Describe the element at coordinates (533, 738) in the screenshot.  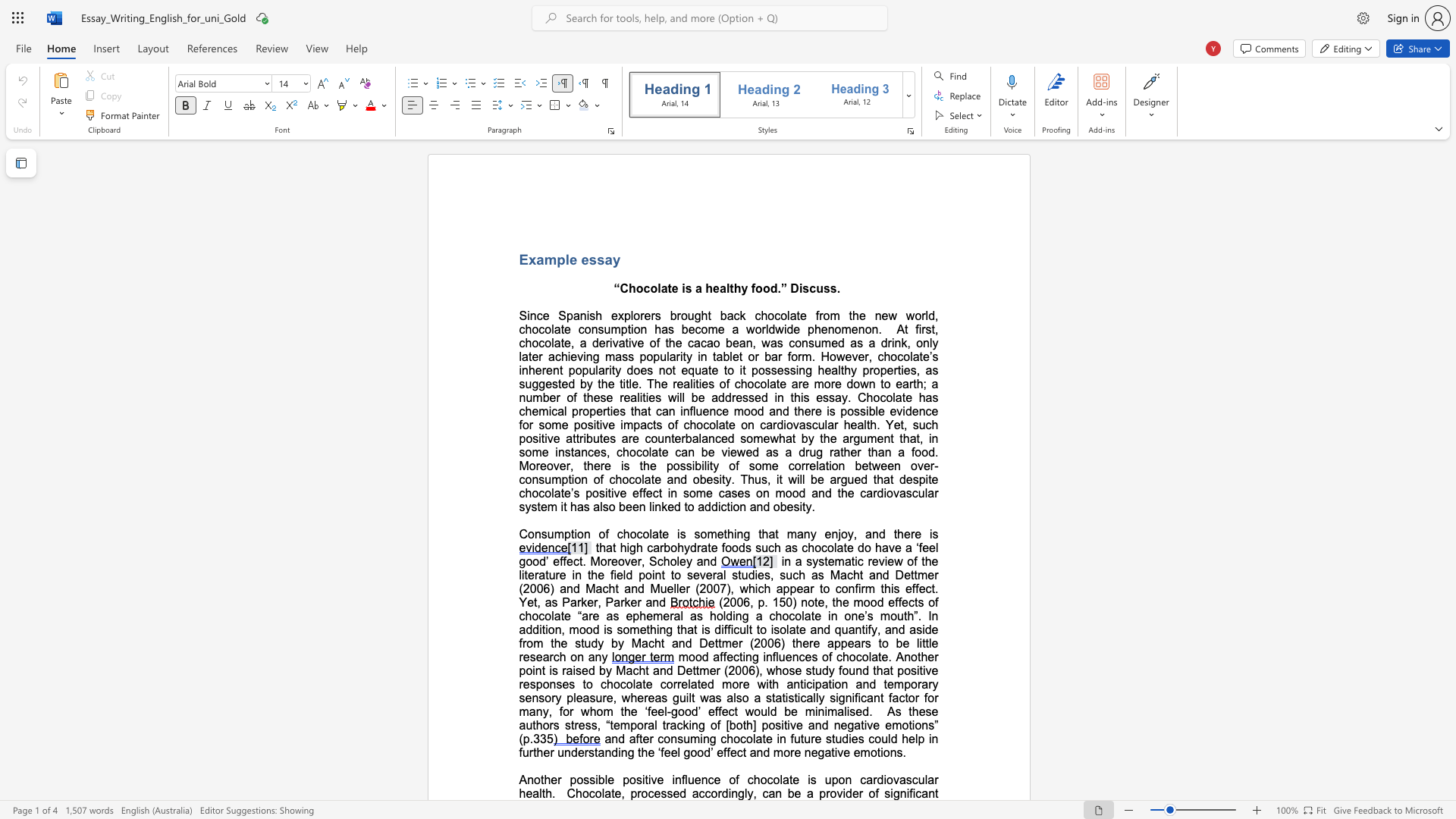
I see `the subset text "33" within the text "As these authors stress, “temporal tracking of [both] positive and negative emotions” (p.335"` at that location.